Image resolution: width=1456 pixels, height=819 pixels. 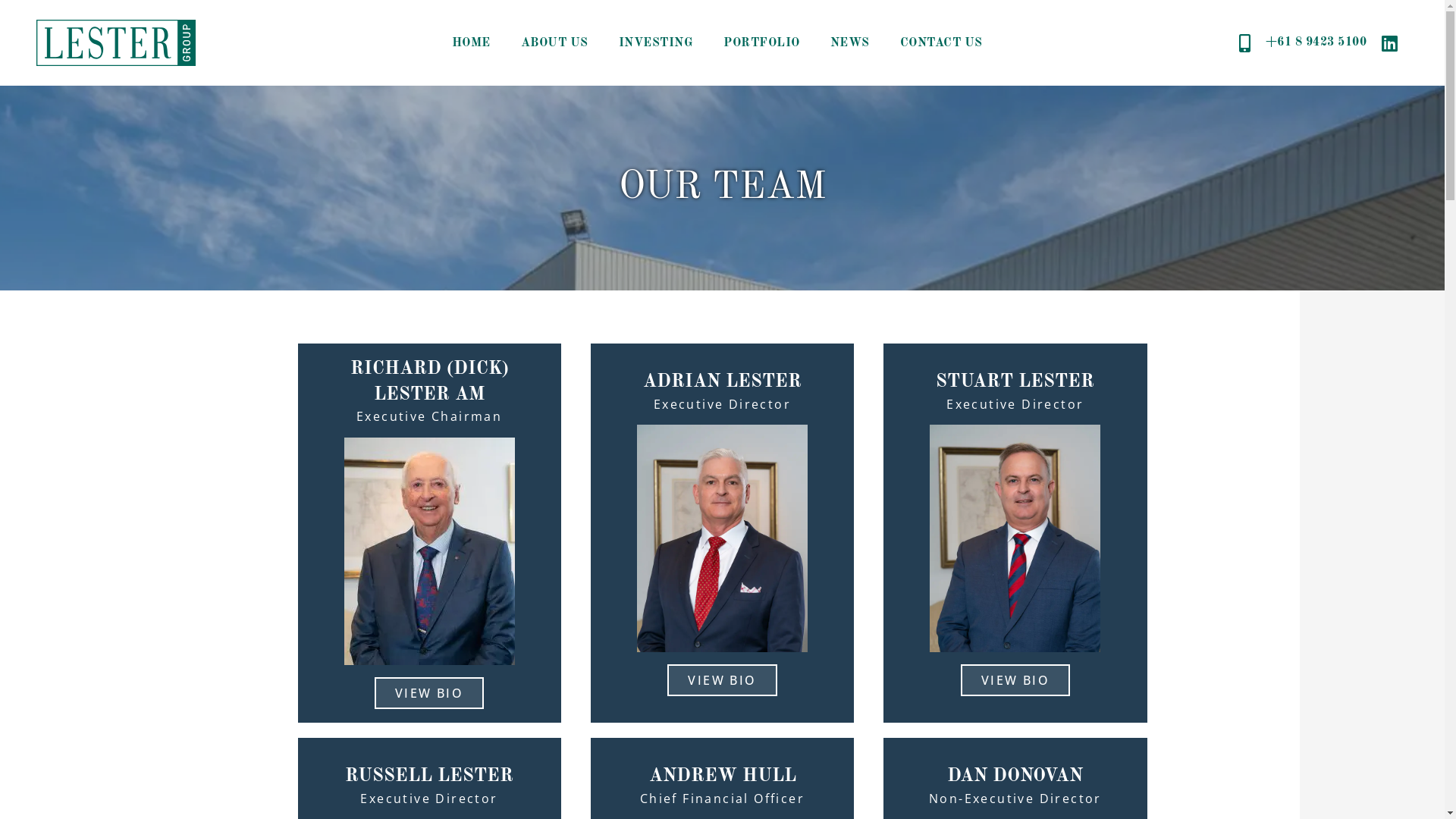 What do you see at coordinates (656, 42) in the screenshot?
I see `'INVESTING'` at bounding box center [656, 42].